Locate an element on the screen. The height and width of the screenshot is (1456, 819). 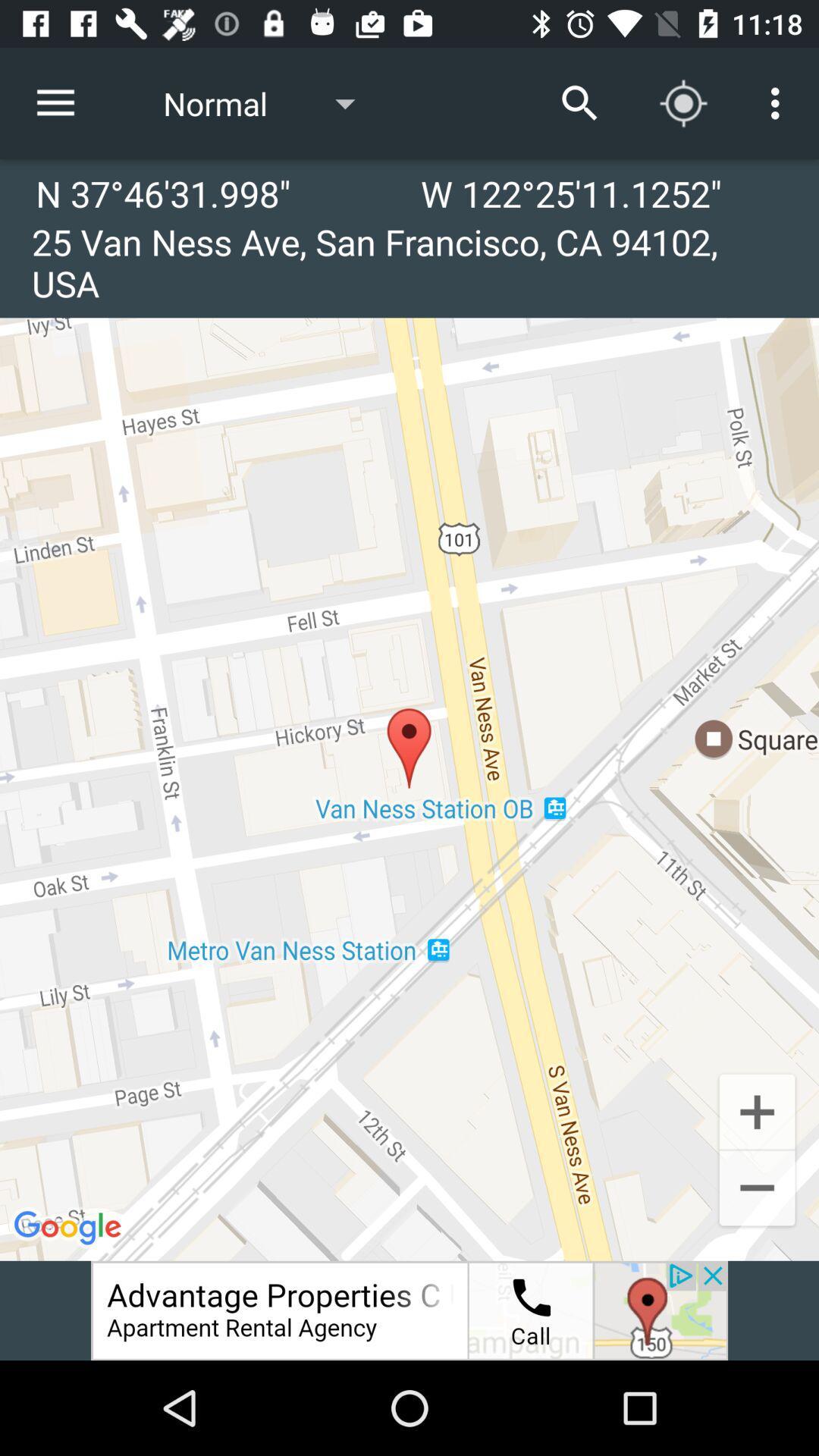
advertisement page is located at coordinates (409, 1310).